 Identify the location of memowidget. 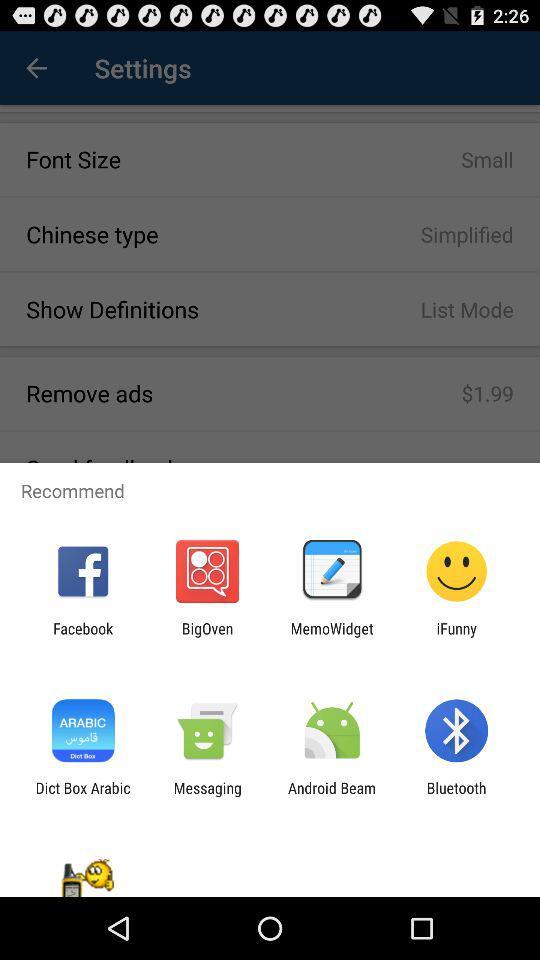
(332, 636).